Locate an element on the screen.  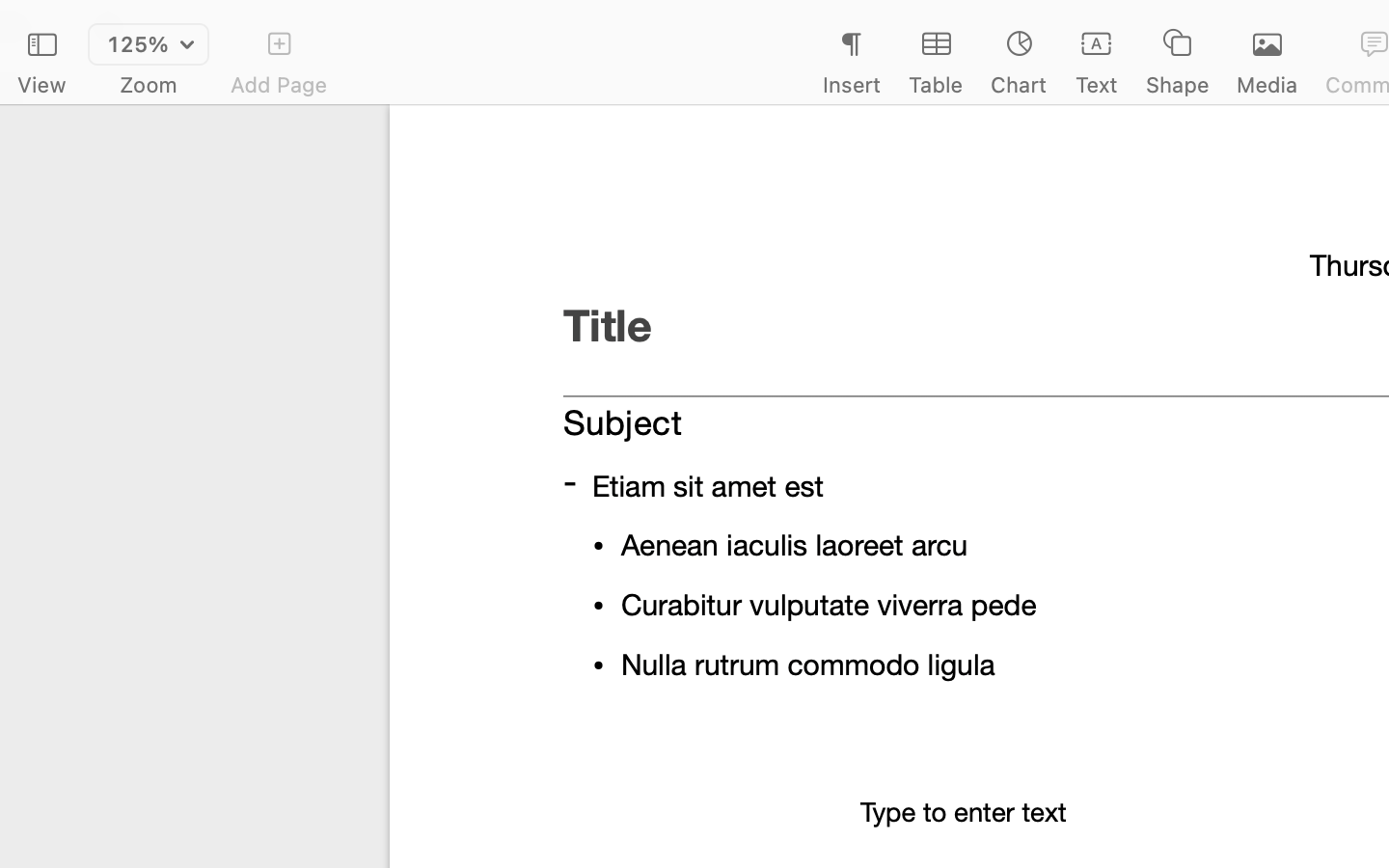
'Zoom' is located at coordinates (147, 84).